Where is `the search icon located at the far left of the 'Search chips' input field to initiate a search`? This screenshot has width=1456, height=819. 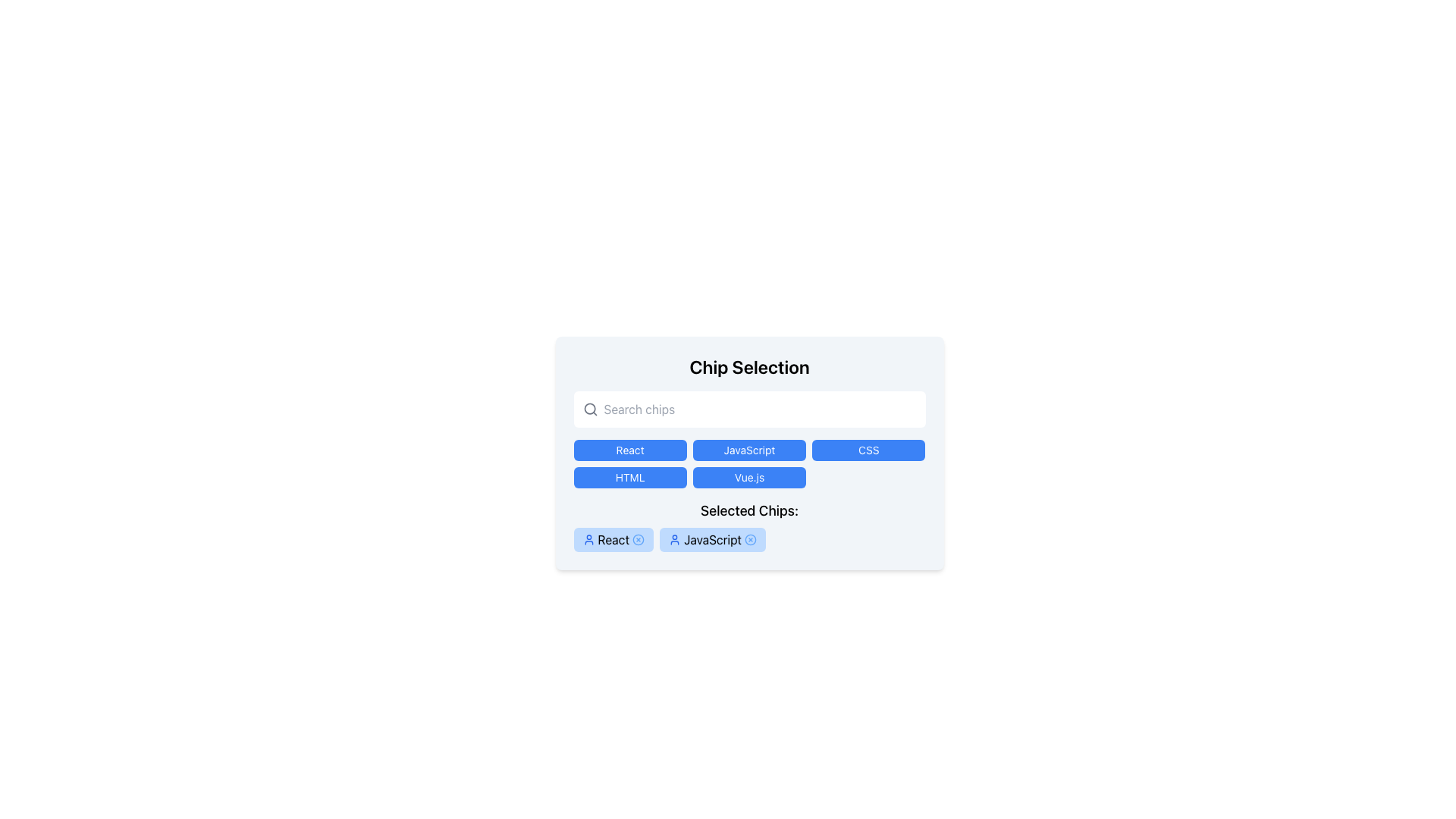
the search icon located at the far left of the 'Search chips' input field to initiate a search is located at coordinates (589, 409).